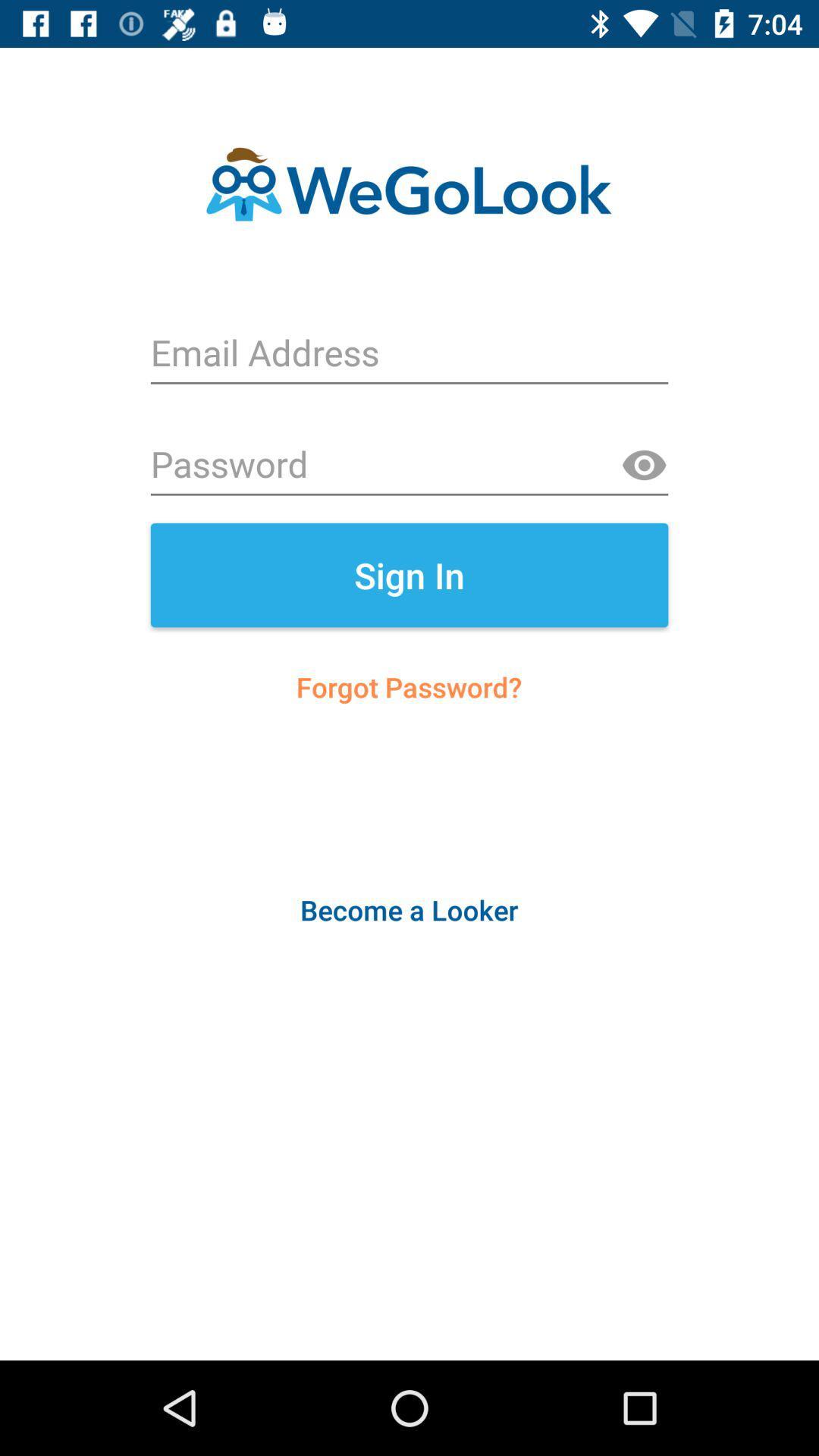  I want to click on become a looker item, so click(408, 910).